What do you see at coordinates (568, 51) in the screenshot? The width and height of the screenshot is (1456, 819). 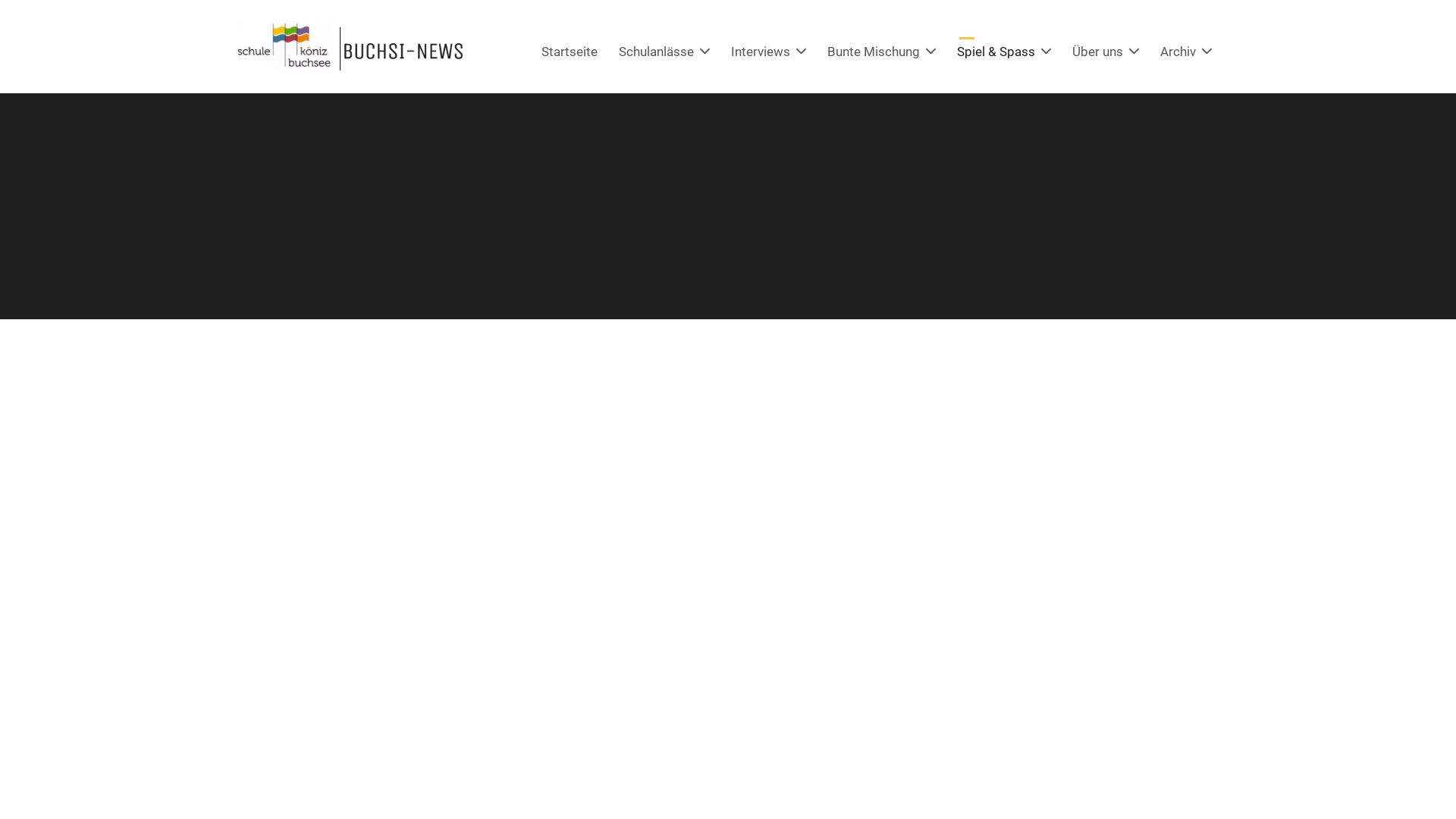 I see `'Startseite'` at bounding box center [568, 51].